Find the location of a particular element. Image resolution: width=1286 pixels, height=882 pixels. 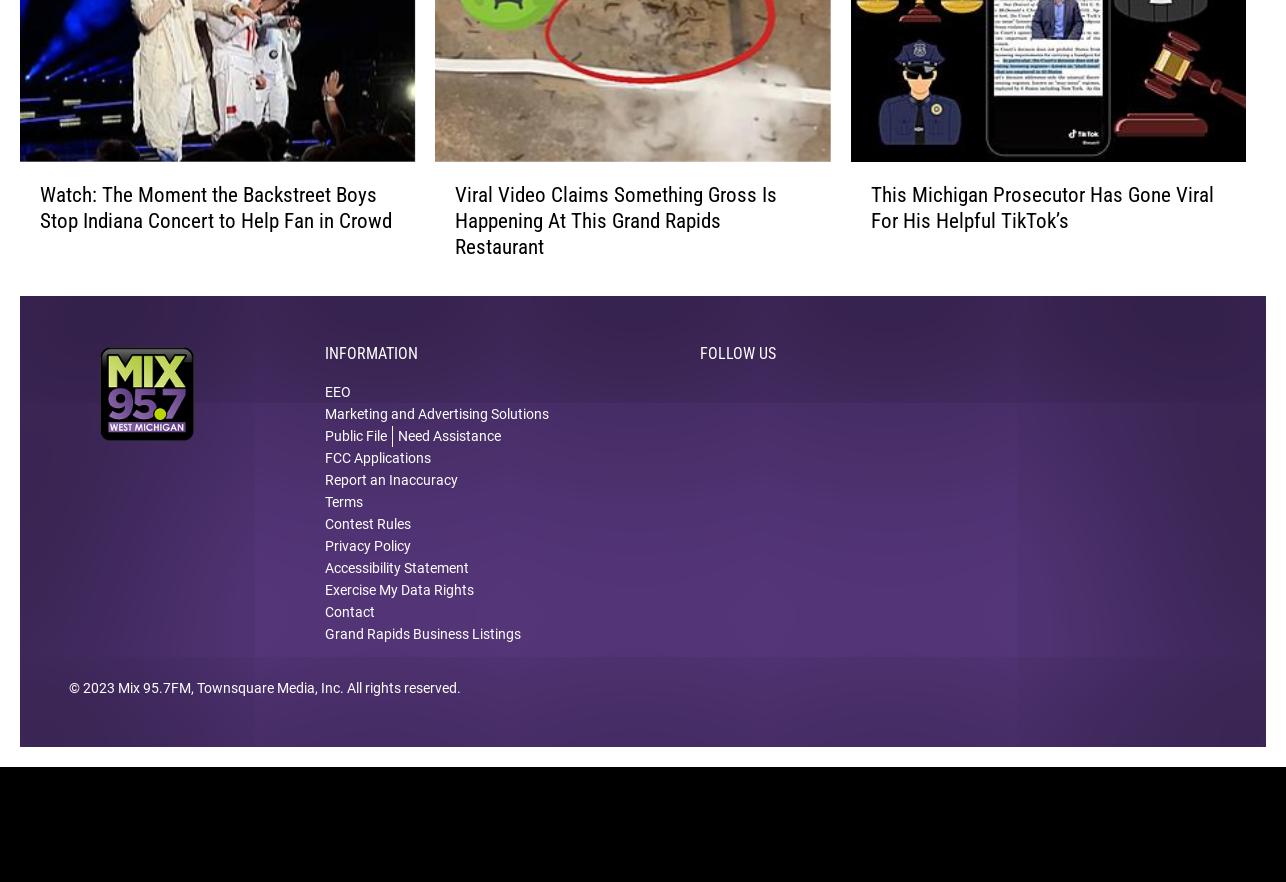

'Mix 95.7FM' is located at coordinates (154, 713).